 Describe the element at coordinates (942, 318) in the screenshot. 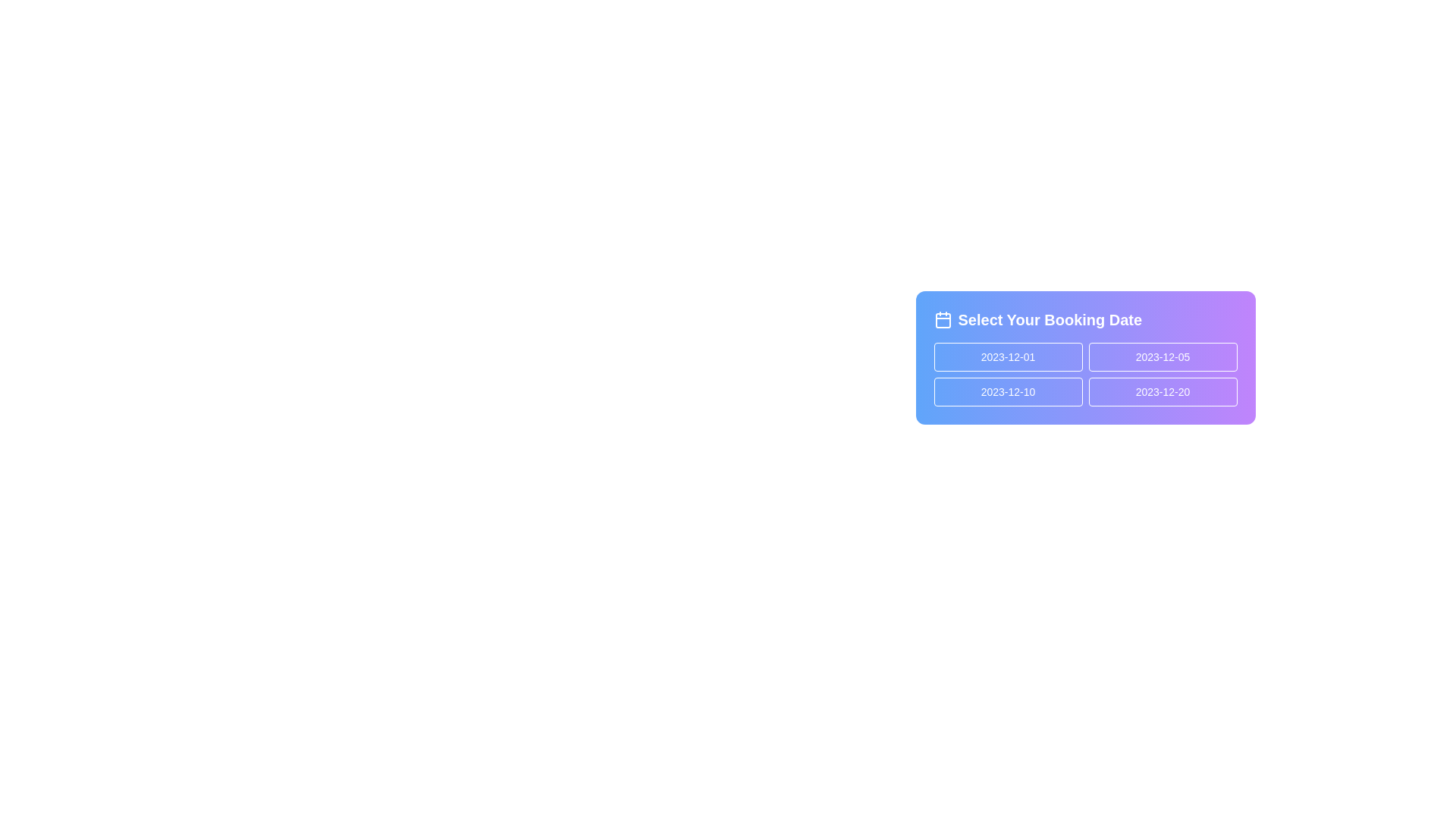

I see `the calendar icon, which is styled in white and located in the blue rectangular header area at the top-left corner of the section containing 'Select Your Booking Date'` at that location.